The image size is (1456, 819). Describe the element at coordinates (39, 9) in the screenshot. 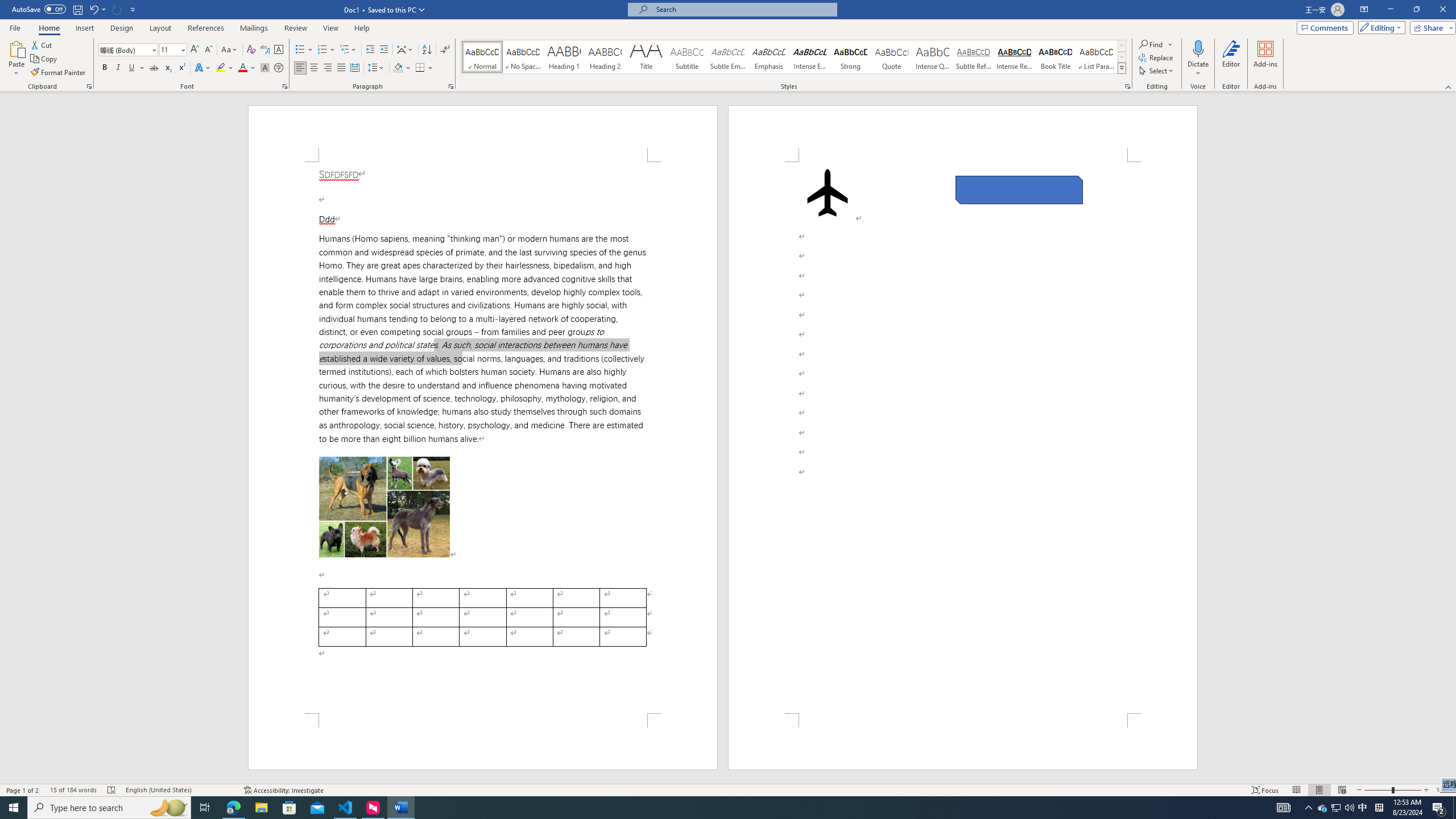

I see `'AutoSave'` at that location.